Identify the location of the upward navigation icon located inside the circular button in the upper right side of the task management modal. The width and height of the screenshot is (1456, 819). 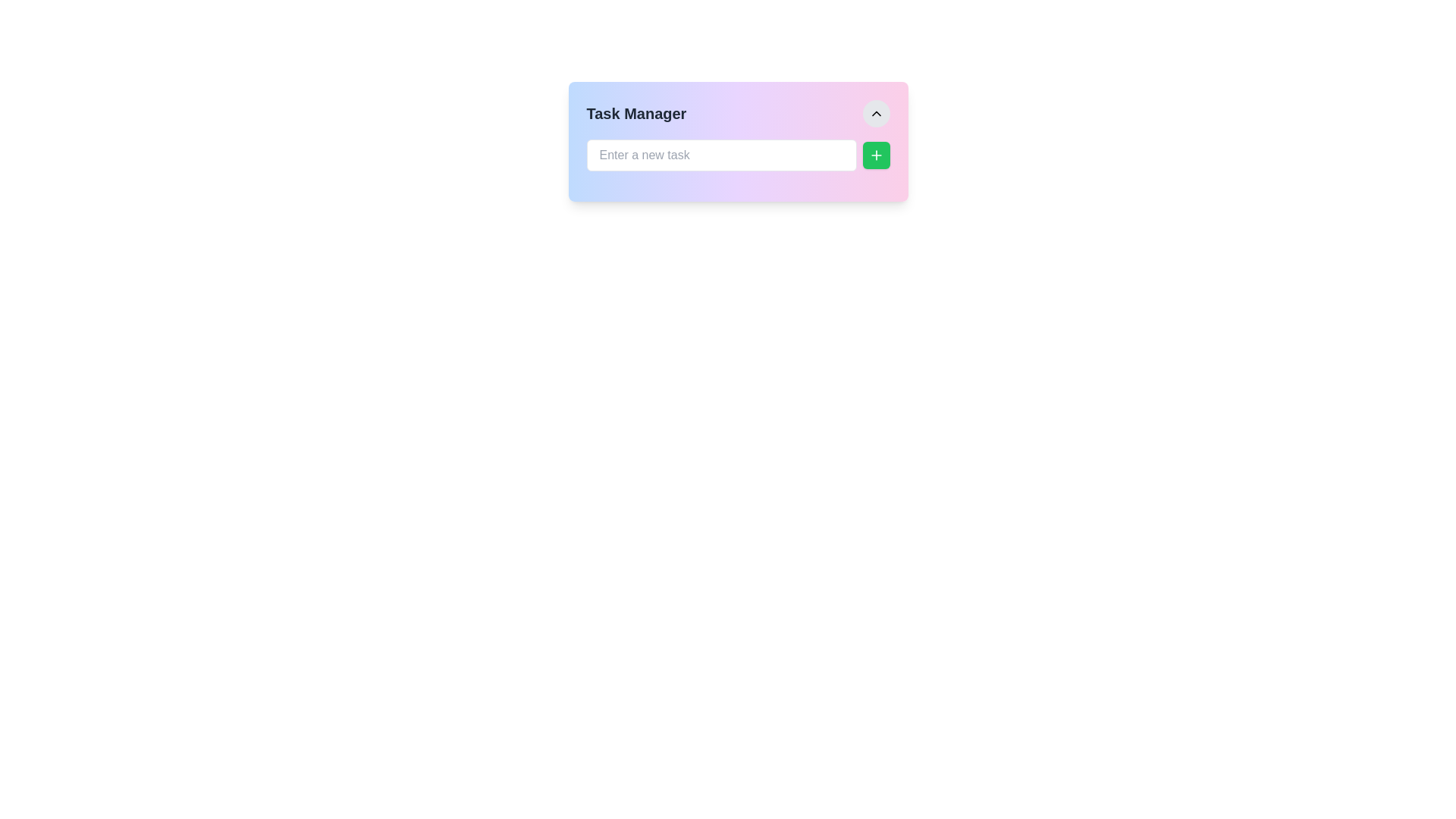
(876, 113).